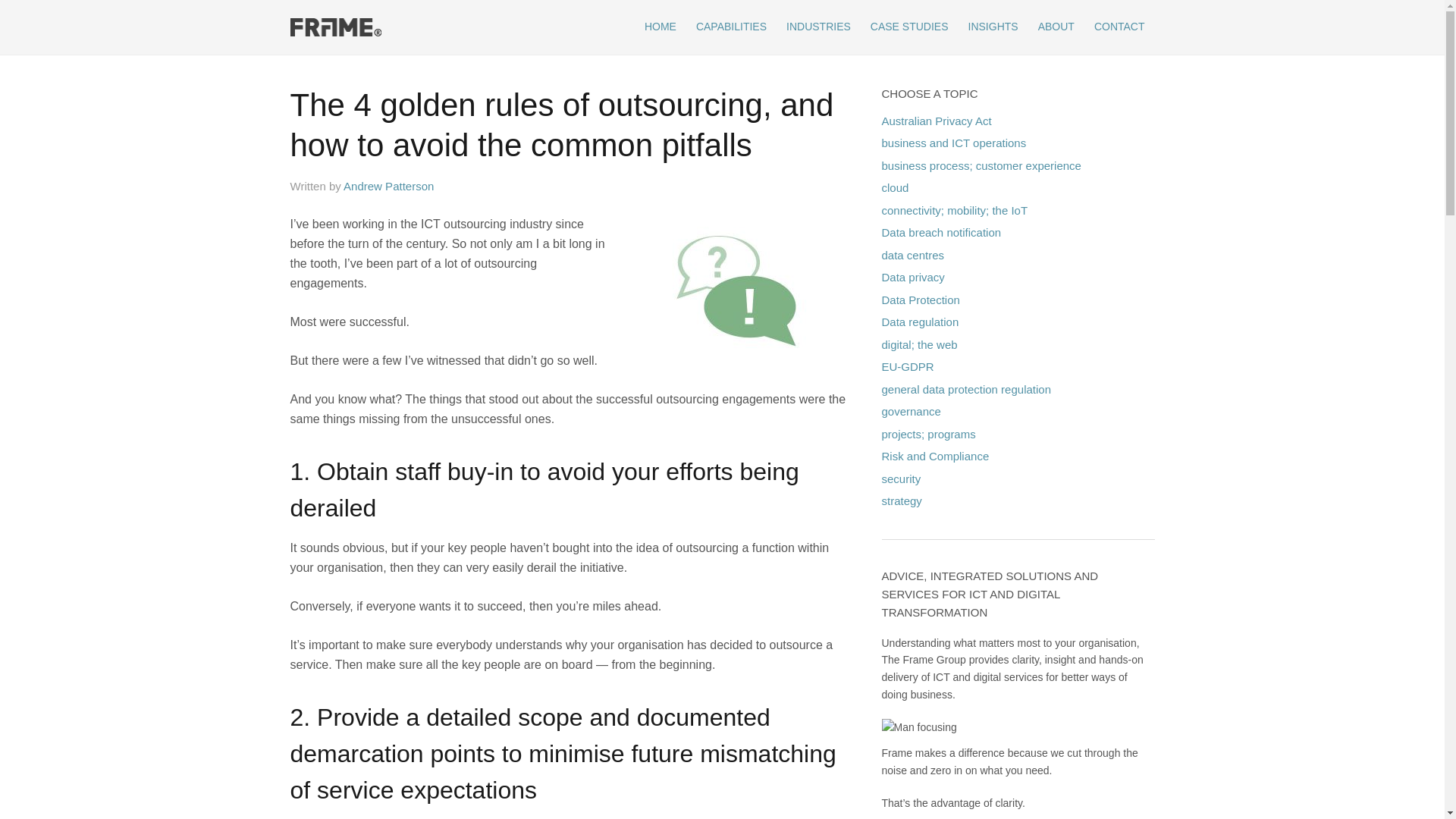 This screenshot has width=1456, height=819. Describe the element at coordinates (901, 500) in the screenshot. I see `'strategy'` at that location.